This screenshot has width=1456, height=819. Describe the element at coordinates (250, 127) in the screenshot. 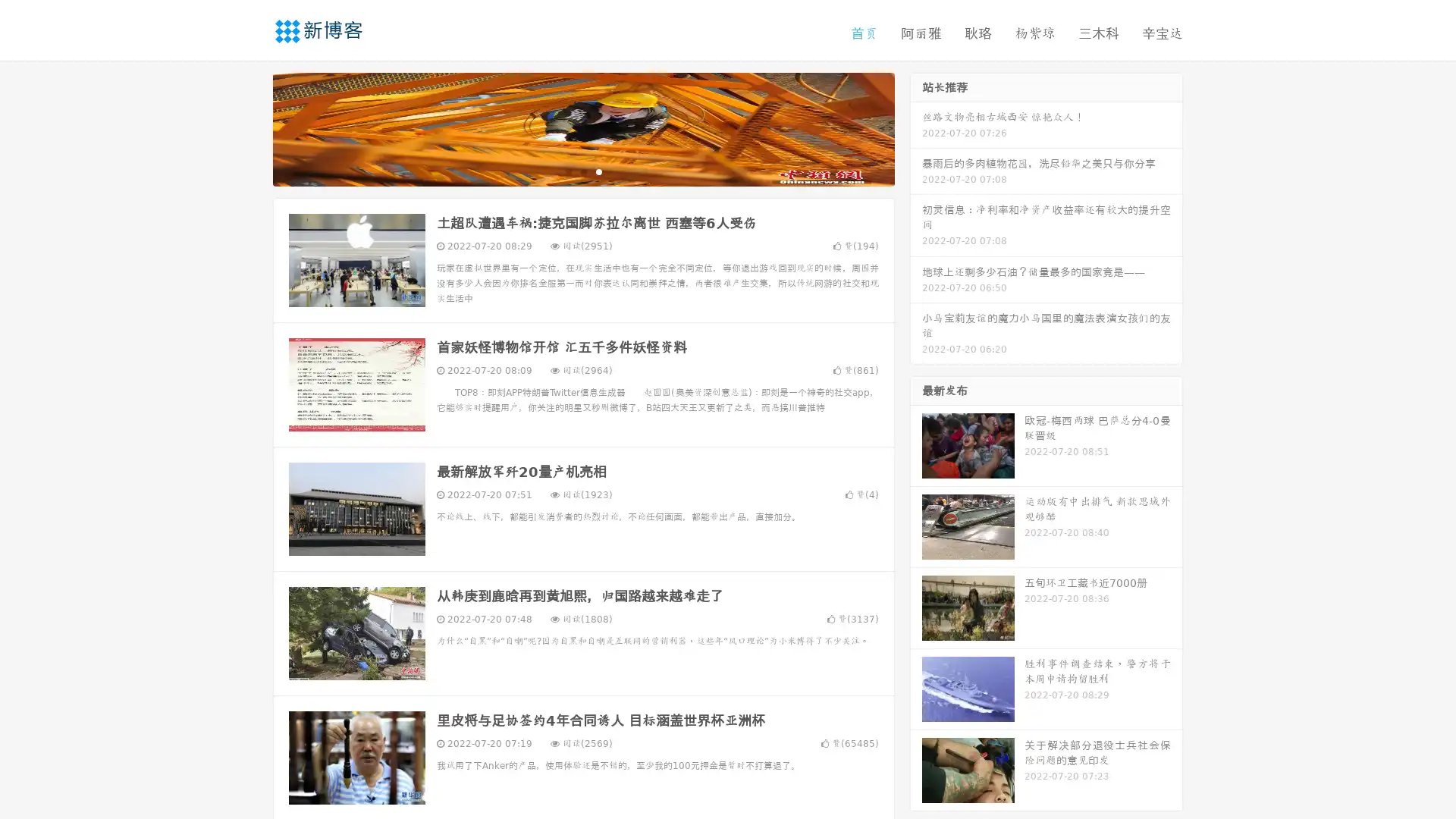

I see `Previous slide` at that location.